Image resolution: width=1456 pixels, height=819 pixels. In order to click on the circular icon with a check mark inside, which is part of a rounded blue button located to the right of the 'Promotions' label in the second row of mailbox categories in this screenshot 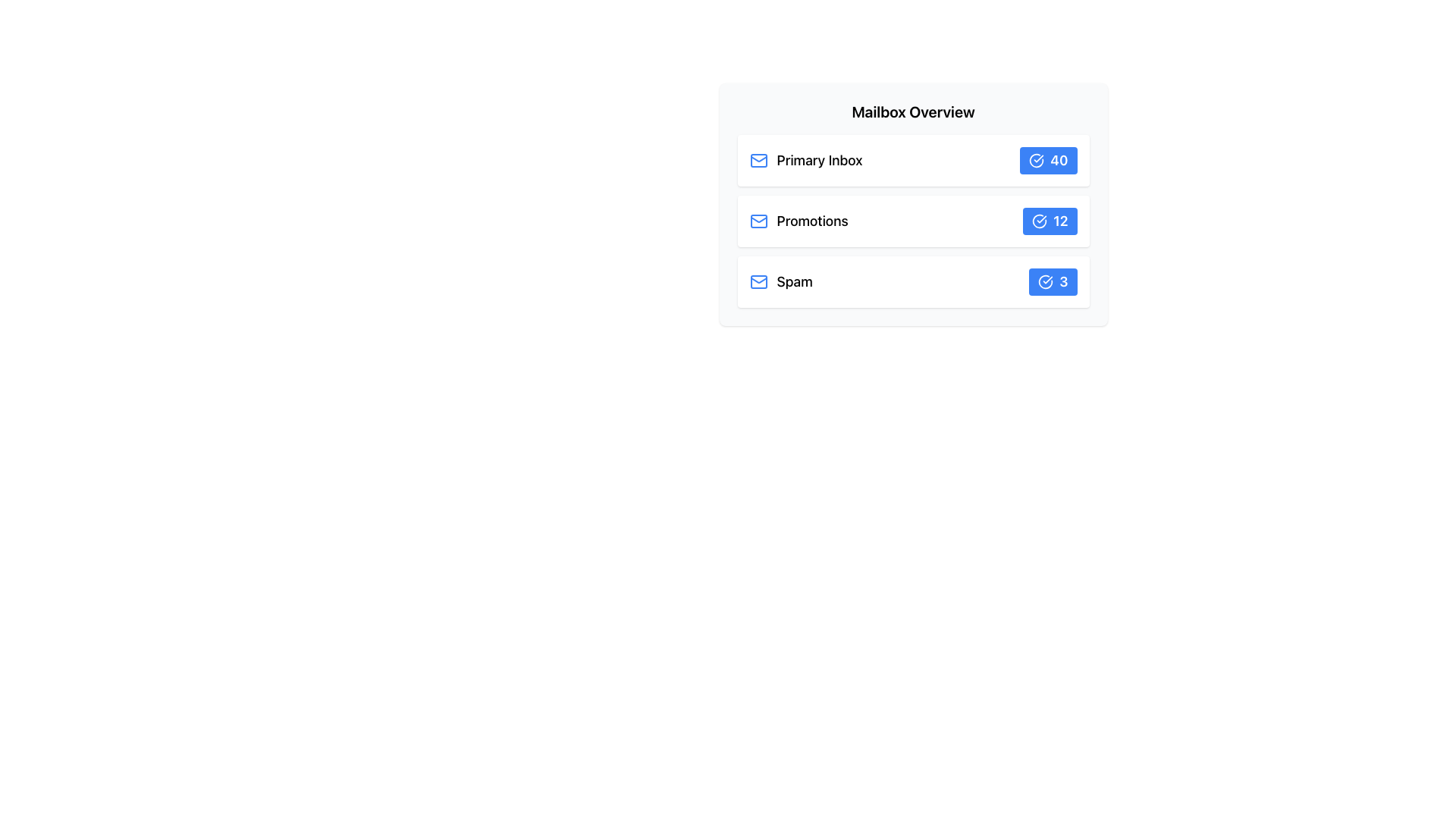, I will do `click(1039, 221)`.